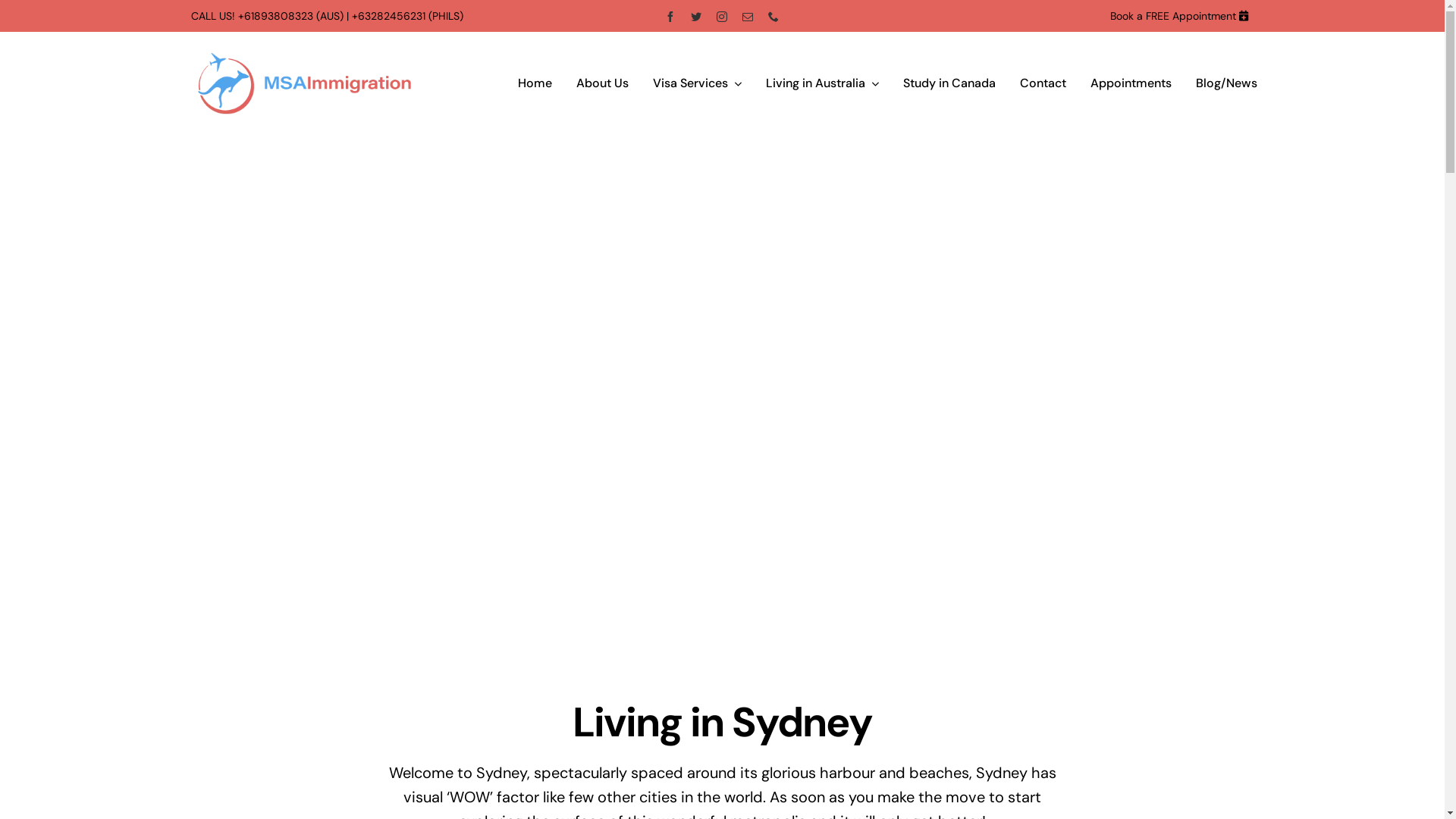 This screenshot has height=819, width=1456. Describe the element at coordinates (1172, 15) in the screenshot. I see `'Book a FREE Appointment'` at that location.